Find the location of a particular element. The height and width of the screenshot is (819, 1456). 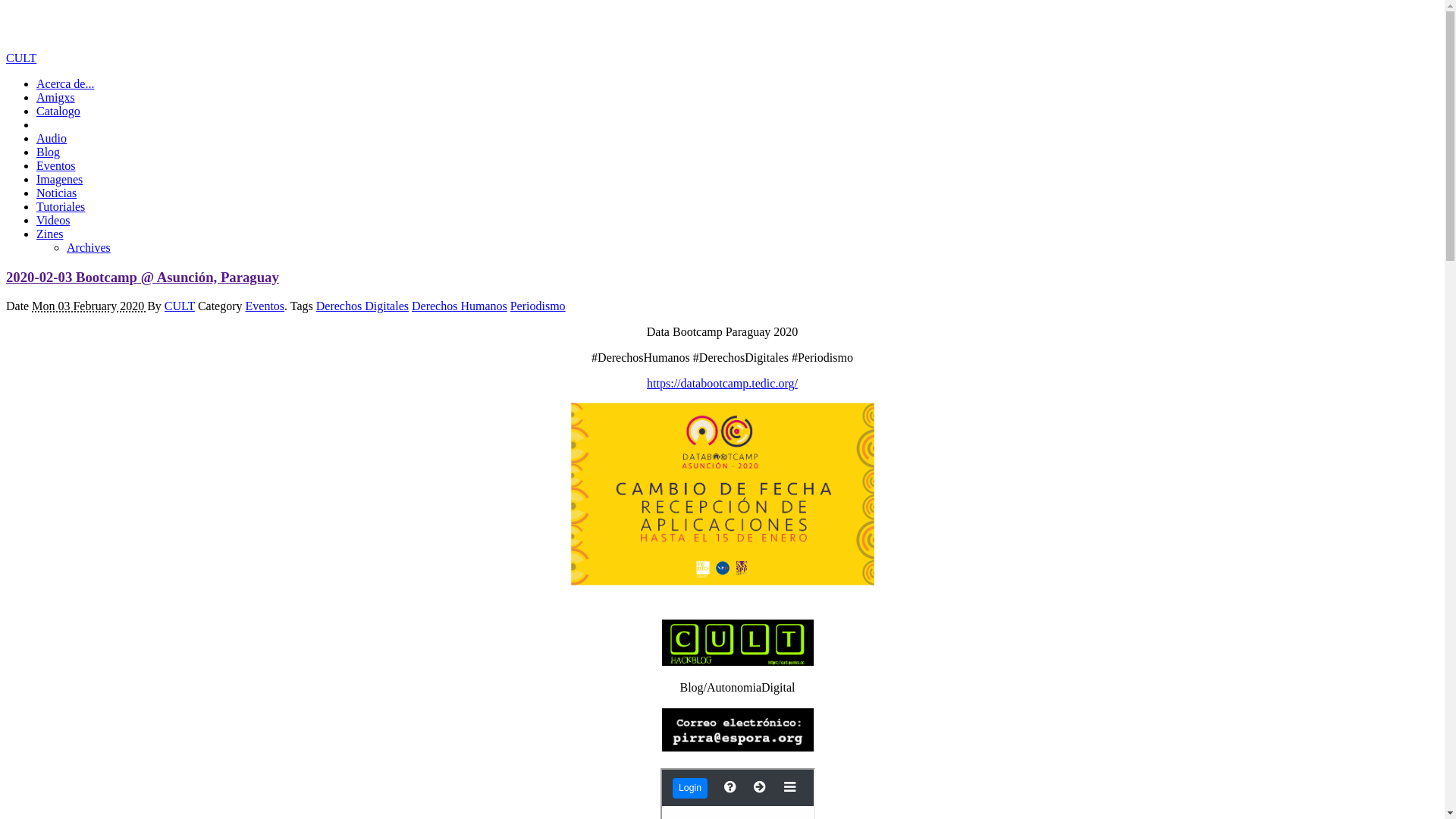

'Archives' is located at coordinates (87, 246).